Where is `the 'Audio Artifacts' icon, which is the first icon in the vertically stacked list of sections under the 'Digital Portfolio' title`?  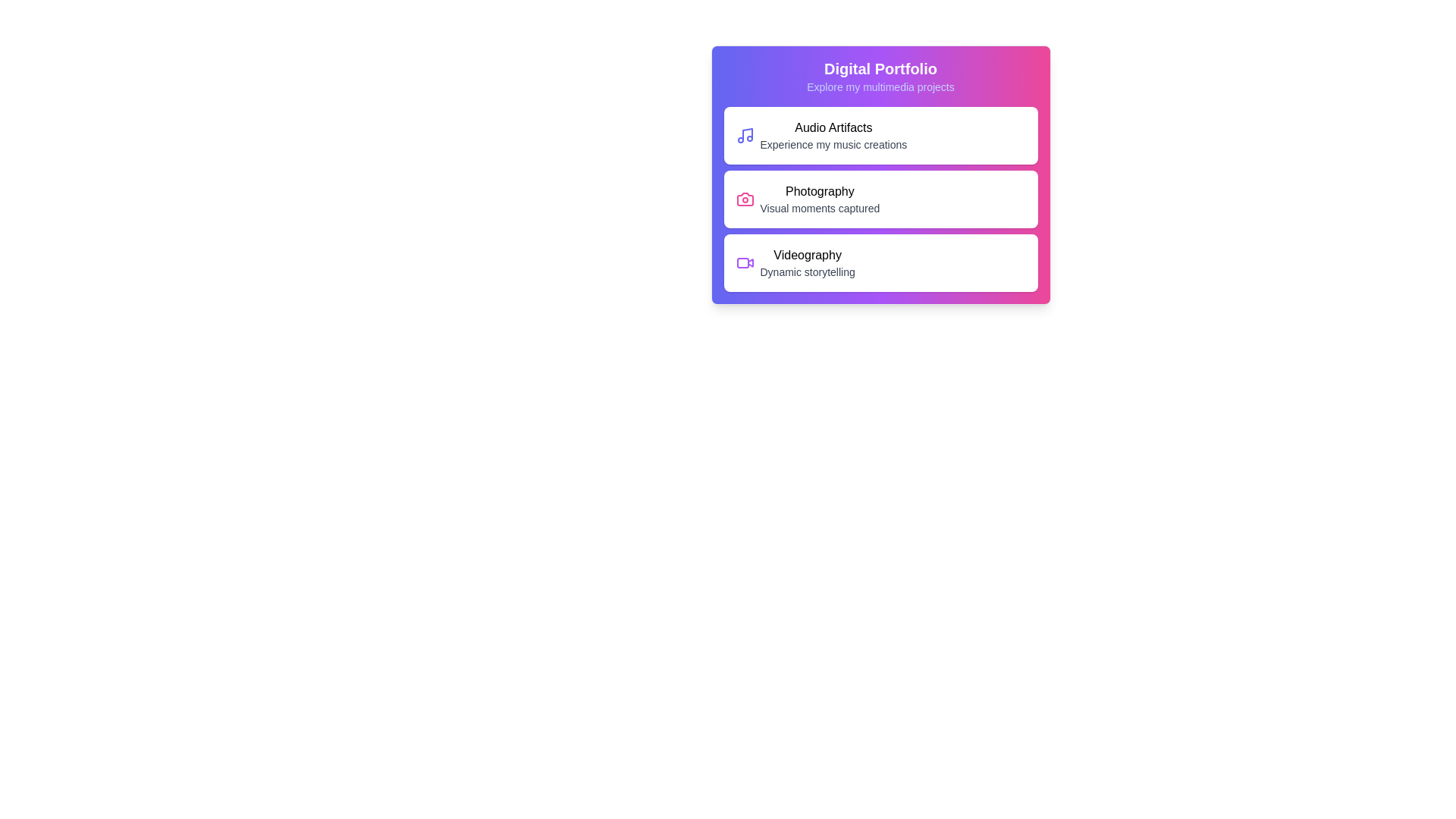
the 'Audio Artifacts' icon, which is the first icon in the vertically stacked list of sections under the 'Digital Portfolio' title is located at coordinates (745, 134).